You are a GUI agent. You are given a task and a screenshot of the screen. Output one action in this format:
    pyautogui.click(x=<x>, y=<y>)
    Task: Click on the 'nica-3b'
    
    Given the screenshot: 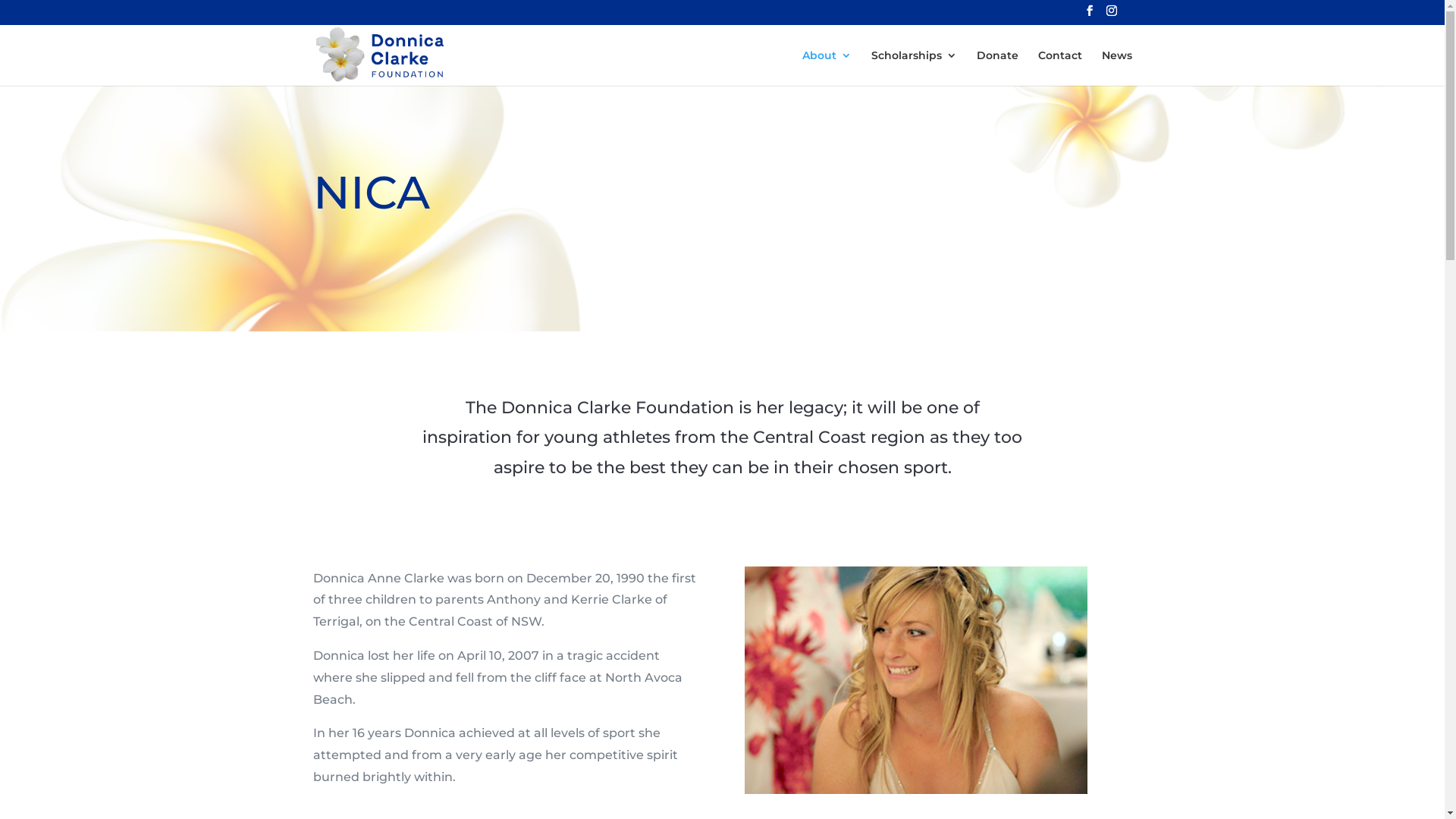 What is the action you would take?
    pyautogui.click(x=915, y=679)
    